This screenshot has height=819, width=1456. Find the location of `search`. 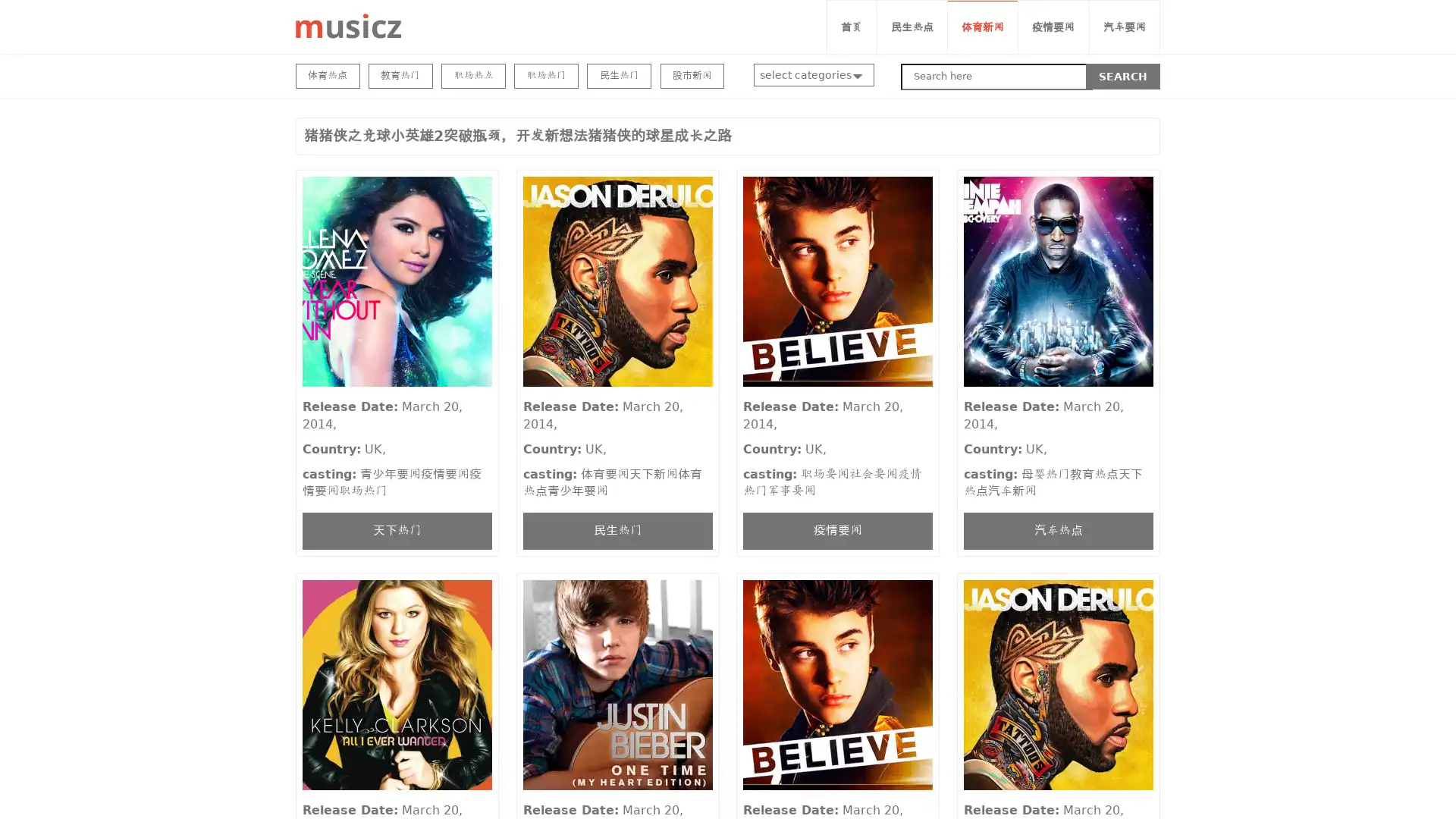

search is located at coordinates (1123, 76).